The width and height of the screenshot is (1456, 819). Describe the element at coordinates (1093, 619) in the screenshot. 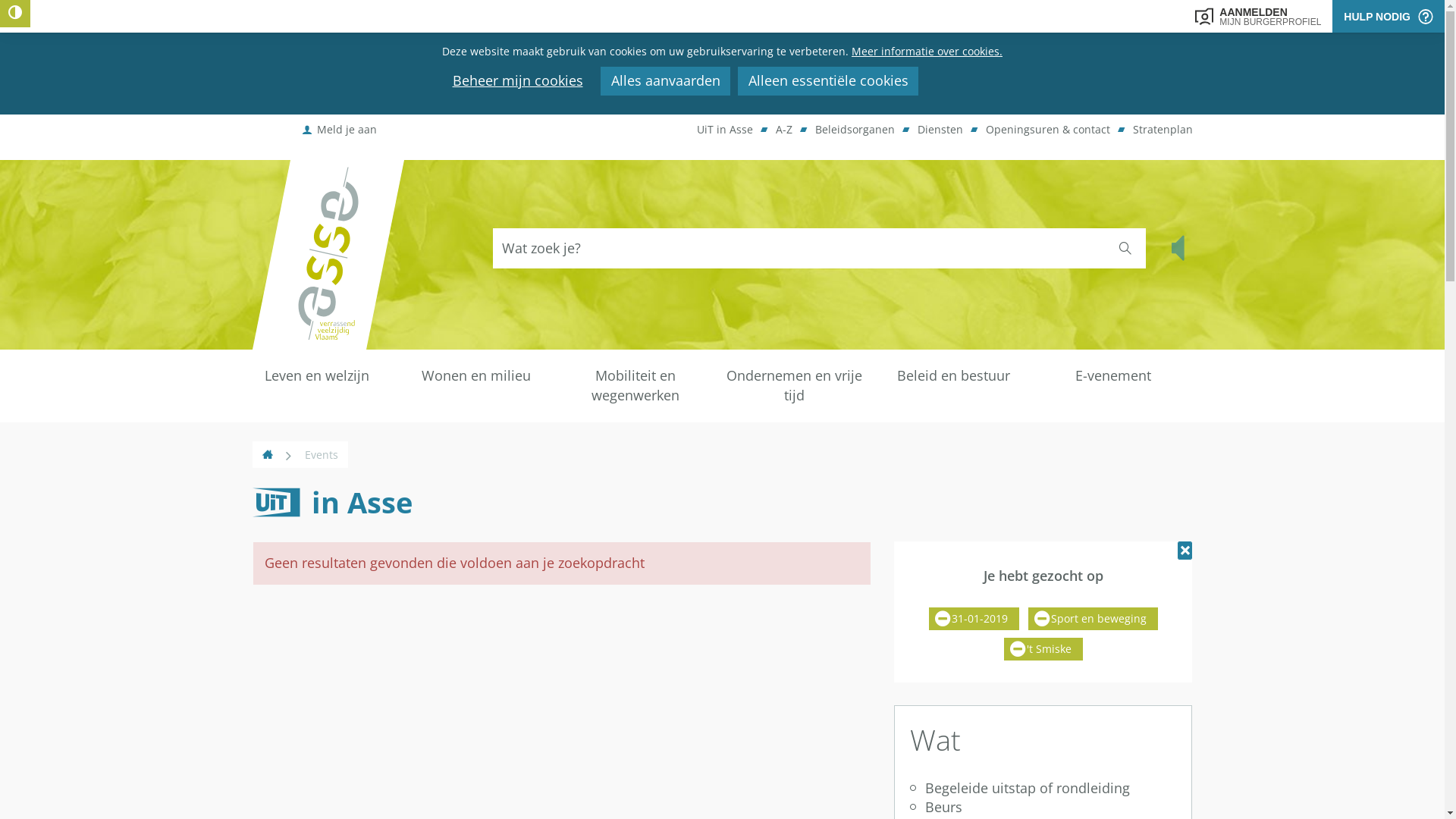

I see `'Sport en beweging'` at that location.